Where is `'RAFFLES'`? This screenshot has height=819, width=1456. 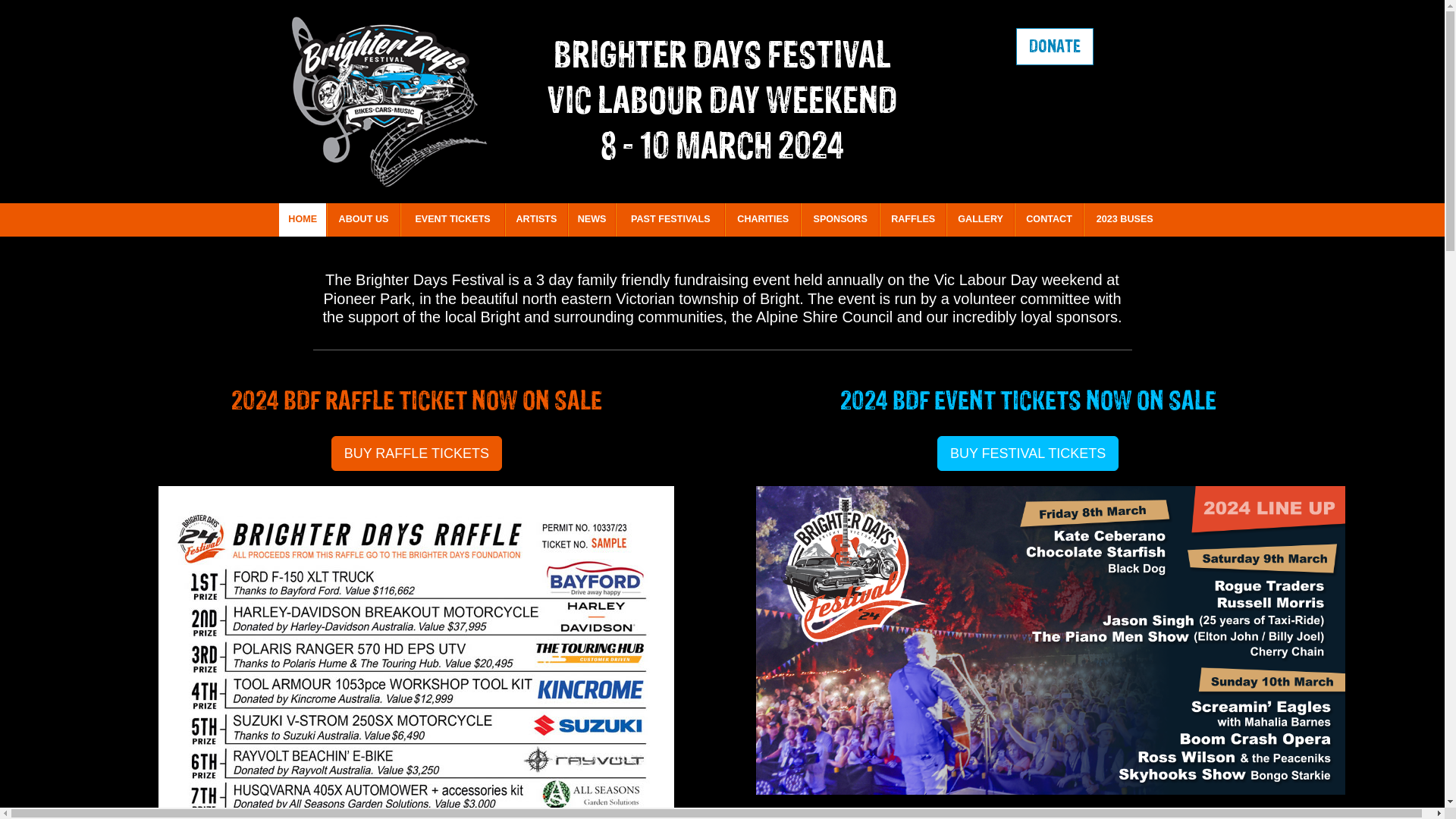 'RAFFLES' is located at coordinates (912, 219).